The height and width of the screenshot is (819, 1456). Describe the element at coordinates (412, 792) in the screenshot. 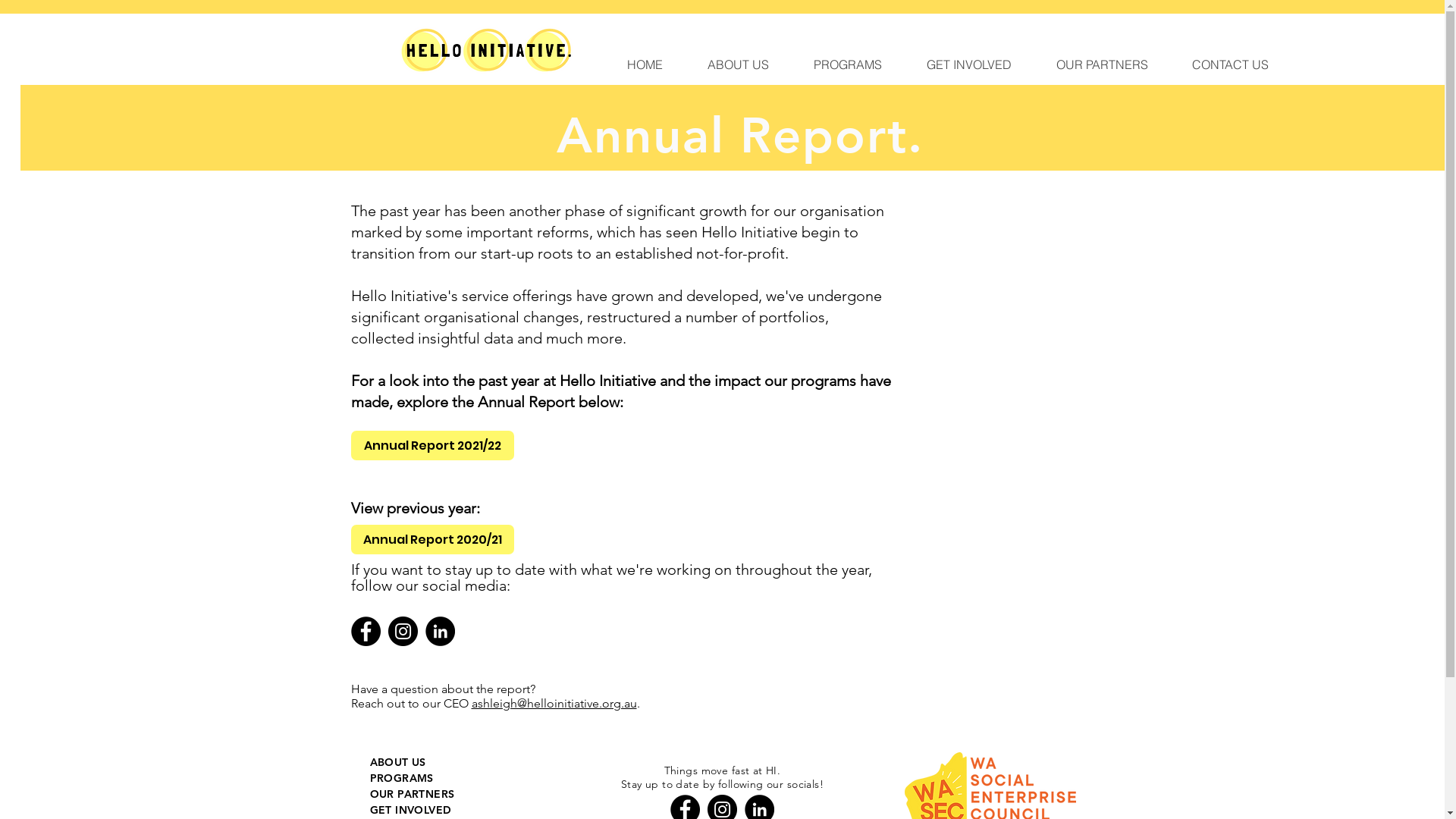

I see `'OUR PARTNERS'` at that location.